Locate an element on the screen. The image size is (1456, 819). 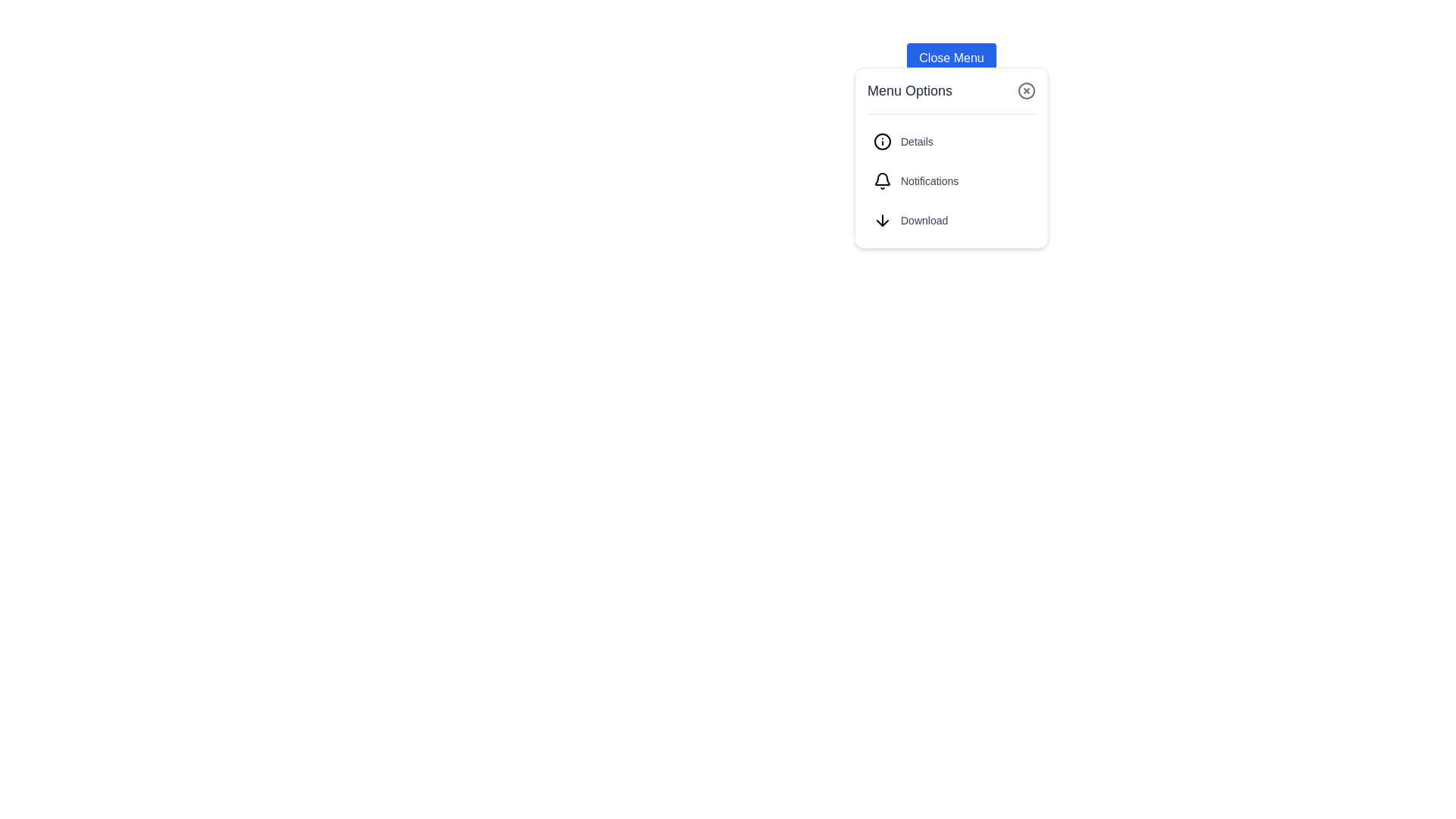
the 'Notifications' menu option, which is the second item in a vertical list of three options in the menu is located at coordinates (950, 180).